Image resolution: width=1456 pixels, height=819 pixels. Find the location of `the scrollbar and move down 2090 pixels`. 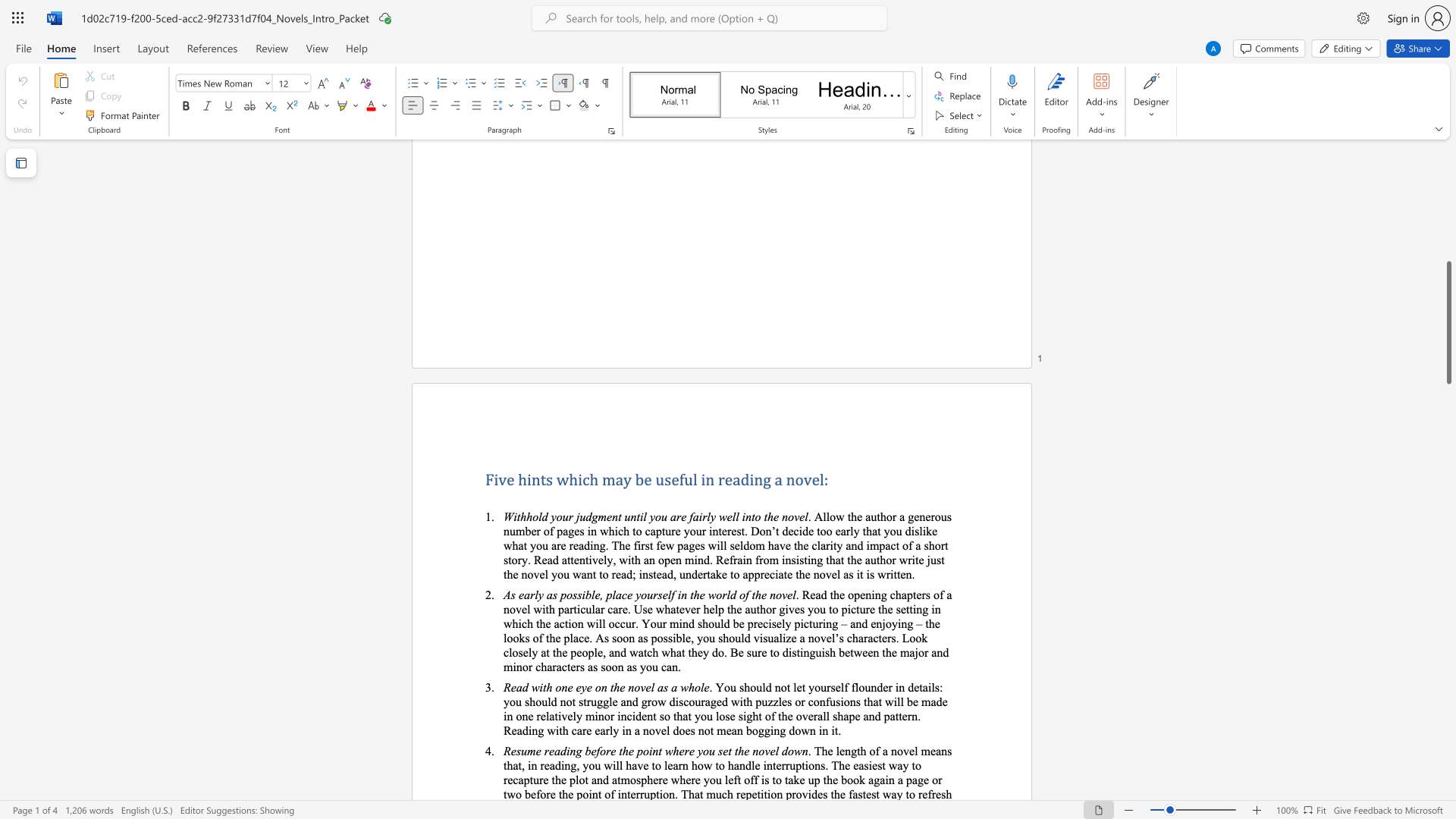

the scrollbar and move down 2090 pixels is located at coordinates (1448, 322).